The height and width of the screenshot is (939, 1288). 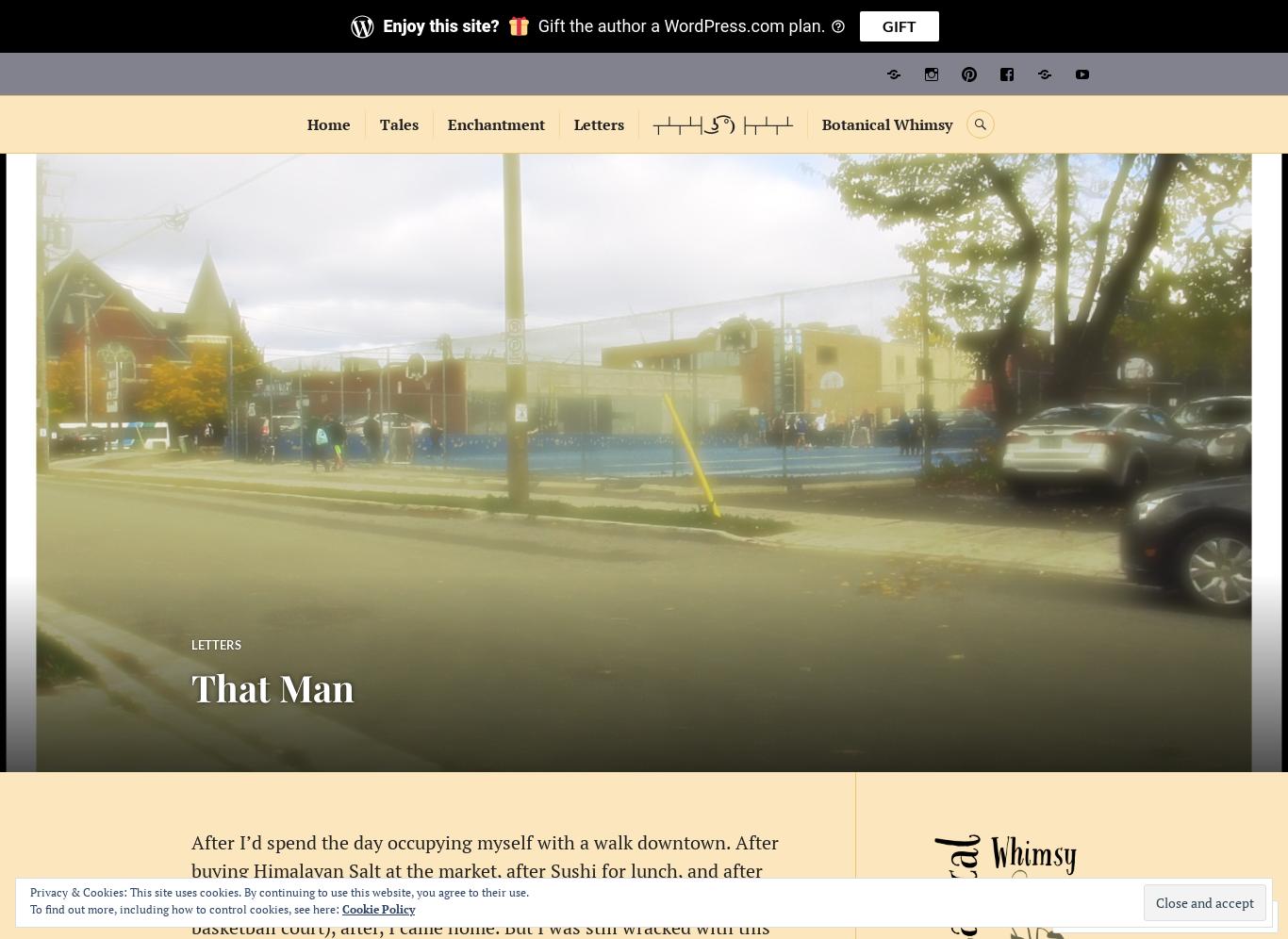 What do you see at coordinates (279, 892) in the screenshot?
I see `'Privacy & Cookies: This site uses cookies. By continuing to use this website, you agree to their use.'` at bounding box center [279, 892].